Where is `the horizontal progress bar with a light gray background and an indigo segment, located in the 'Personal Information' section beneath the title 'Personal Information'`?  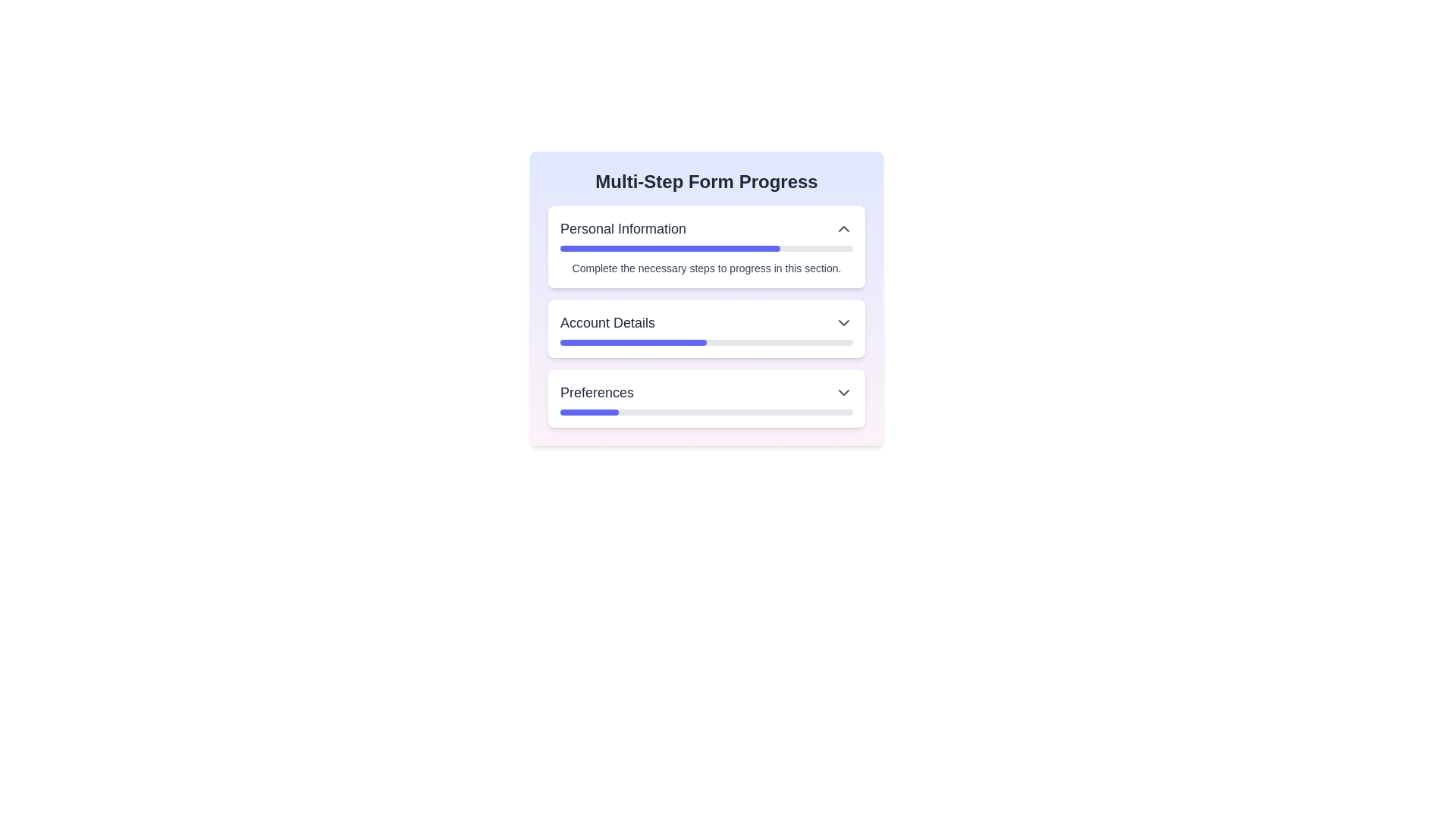
the horizontal progress bar with a light gray background and an indigo segment, located in the 'Personal Information' section beneath the title 'Personal Information' is located at coordinates (705, 247).